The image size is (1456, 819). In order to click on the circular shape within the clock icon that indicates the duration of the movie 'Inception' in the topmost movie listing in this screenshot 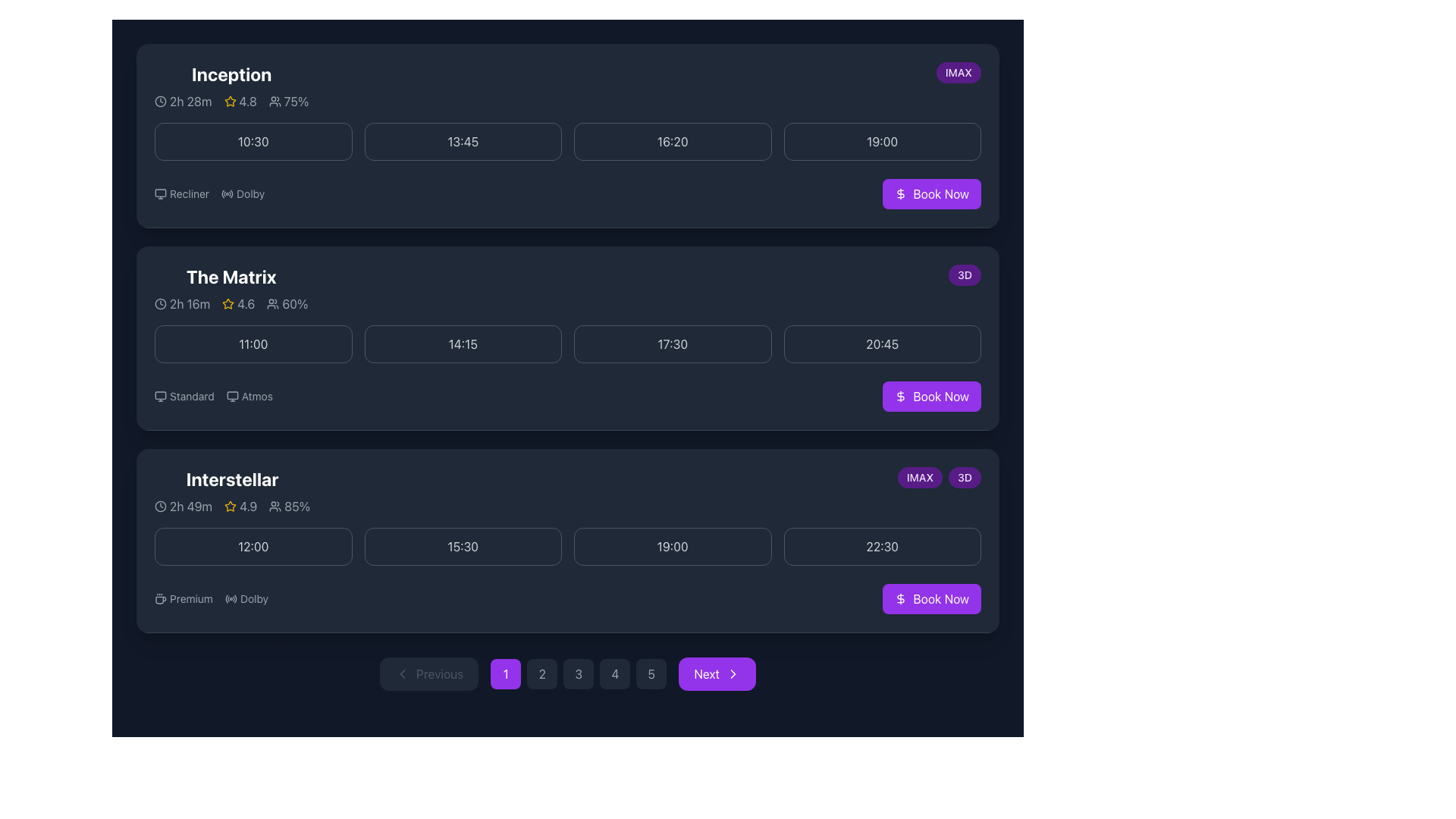, I will do `click(160, 102)`.